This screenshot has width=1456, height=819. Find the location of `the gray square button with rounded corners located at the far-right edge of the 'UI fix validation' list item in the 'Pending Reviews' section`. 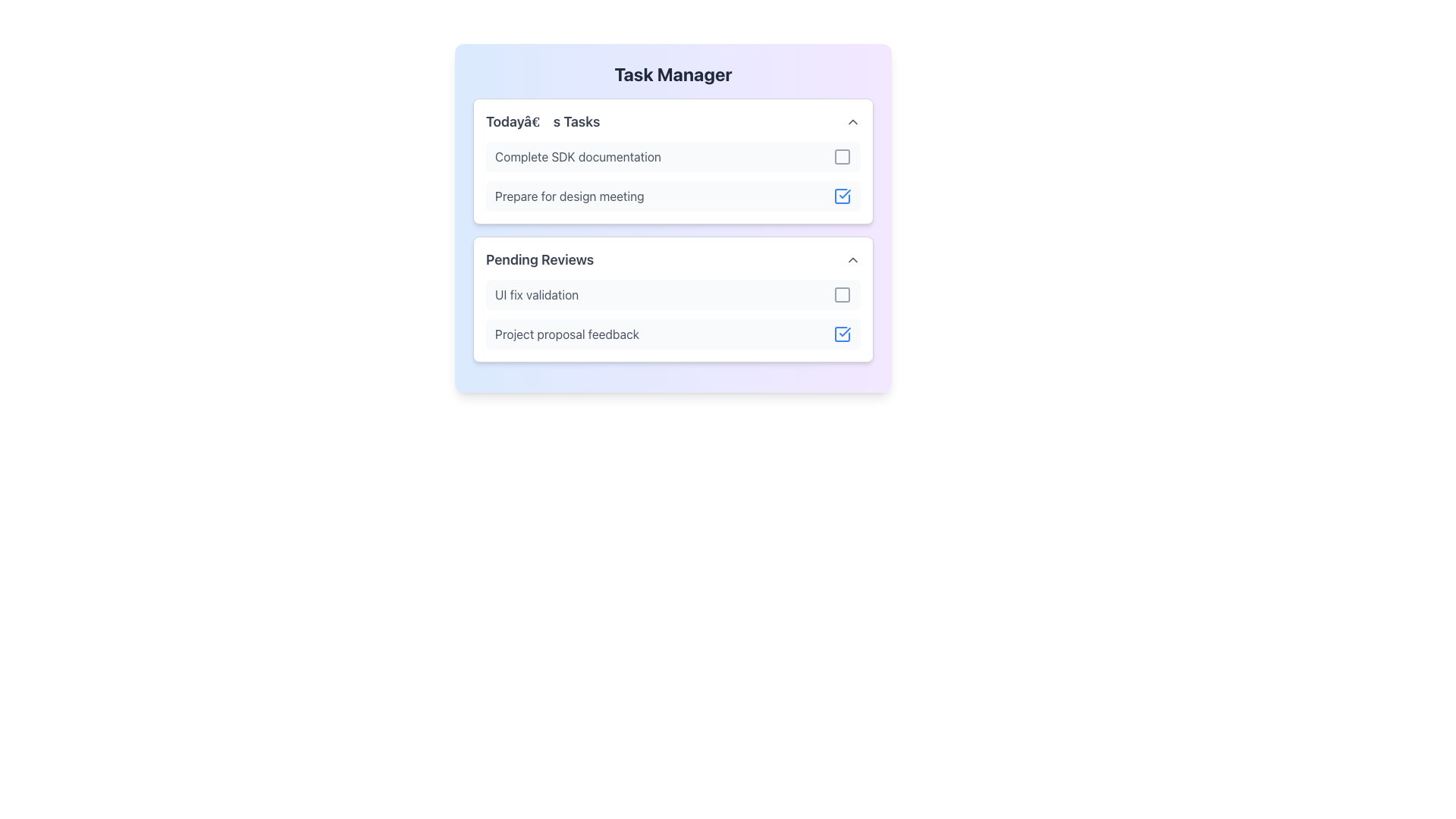

the gray square button with rounded corners located at the far-right edge of the 'UI fix validation' list item in the 'Pending Reviews' section is located at coordinates (841, 295).